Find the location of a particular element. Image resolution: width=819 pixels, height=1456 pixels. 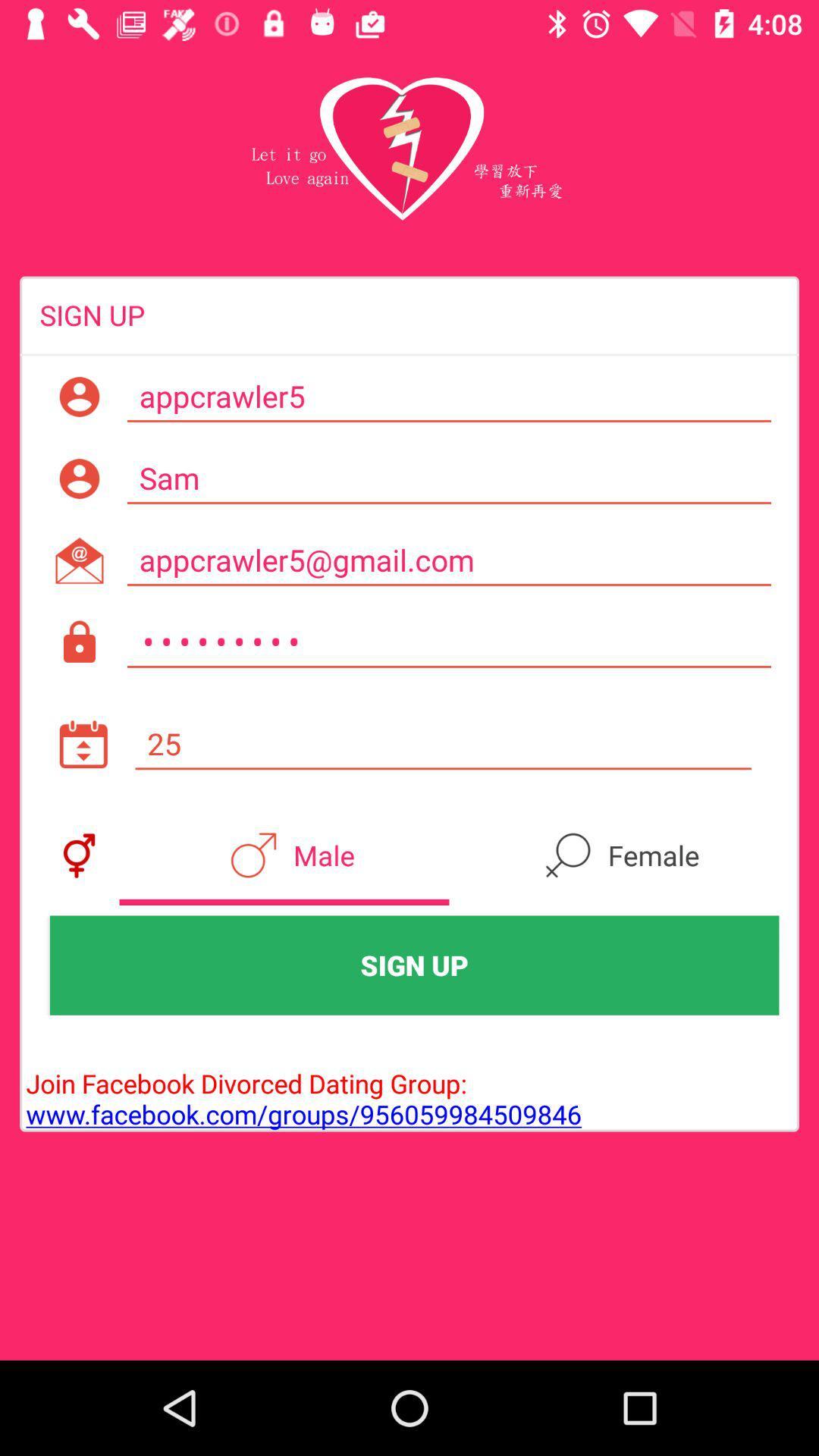

icon above the crowd3116 is located at coordinates (448, 560).